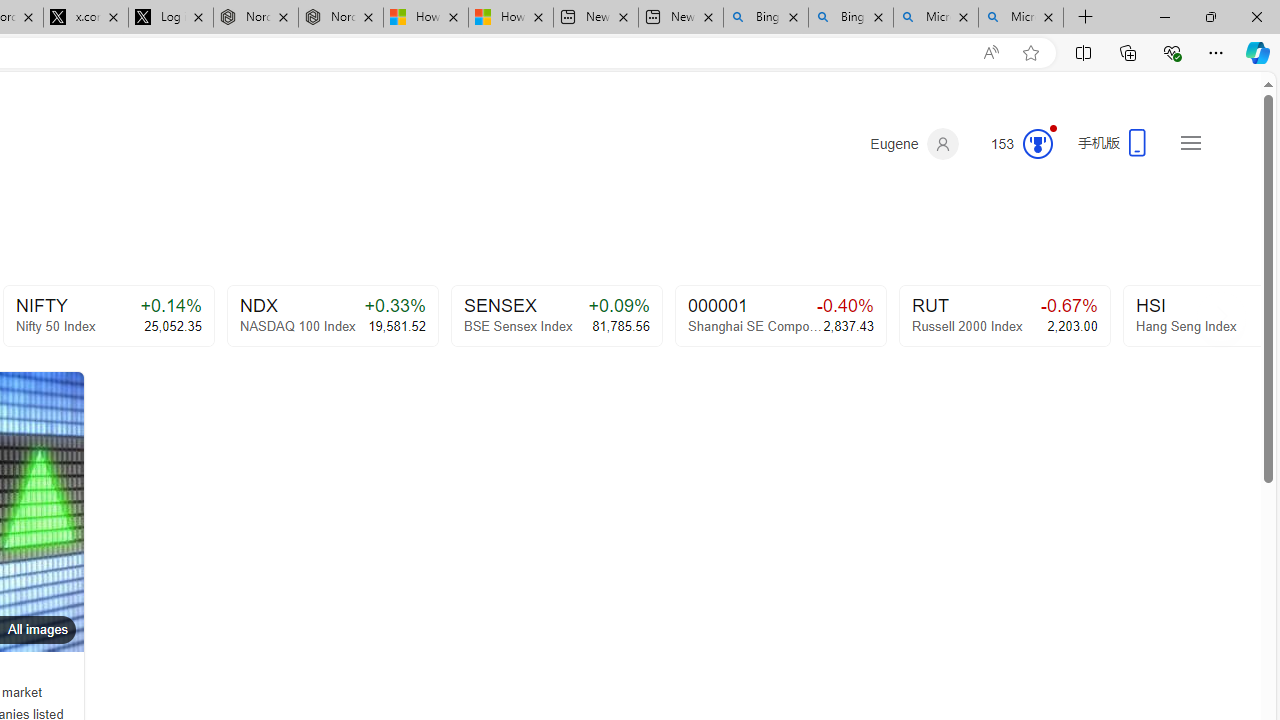 The width and height of the screenshot is (1280, 720). I want to click on 'NDX+0.33%NASDAQ 100 Index19,581.52', so click(332, 315).